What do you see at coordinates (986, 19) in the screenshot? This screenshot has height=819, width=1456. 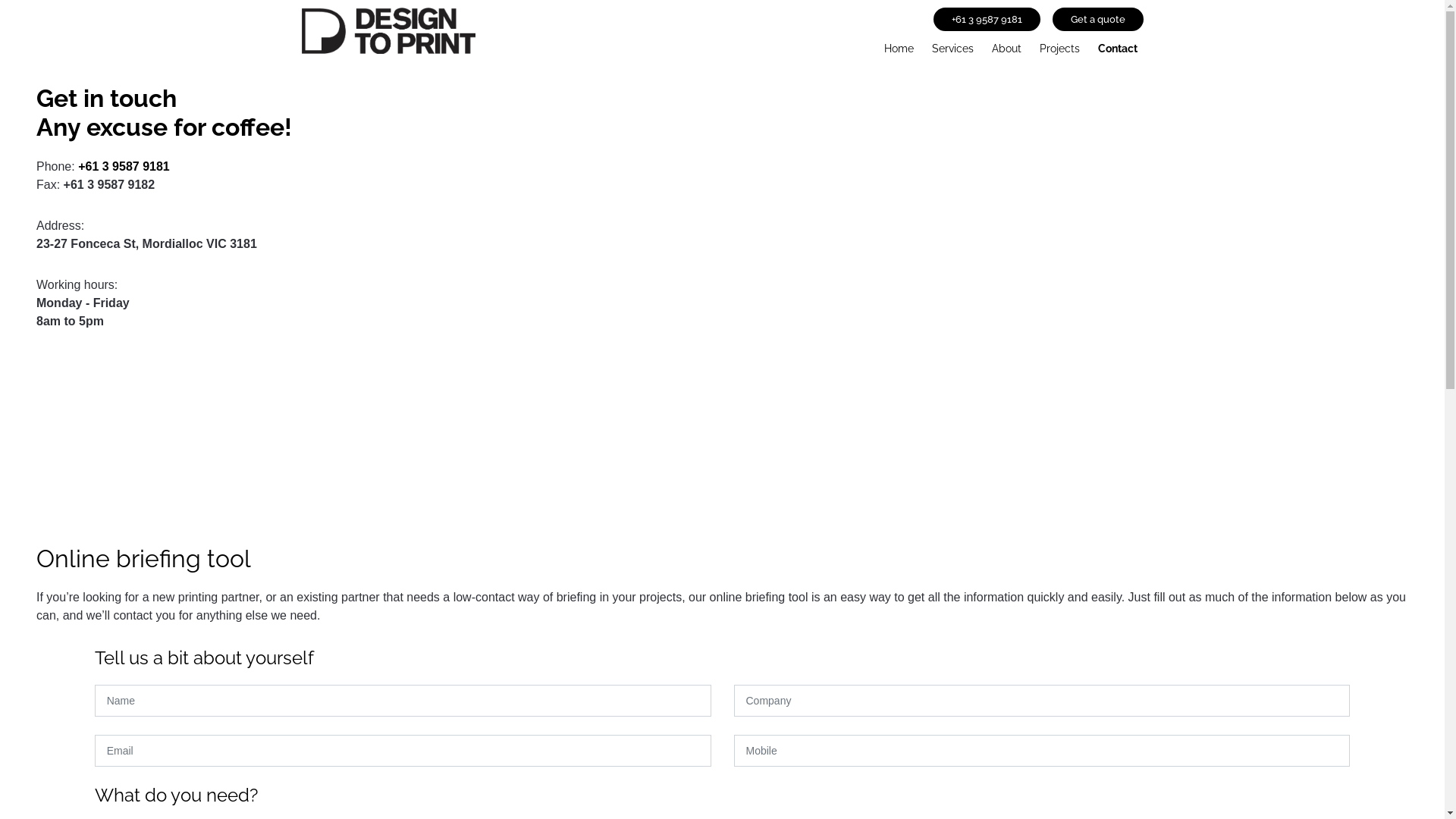 I see `'+61 3 9587 9181'` at bounding box center [986, 19].